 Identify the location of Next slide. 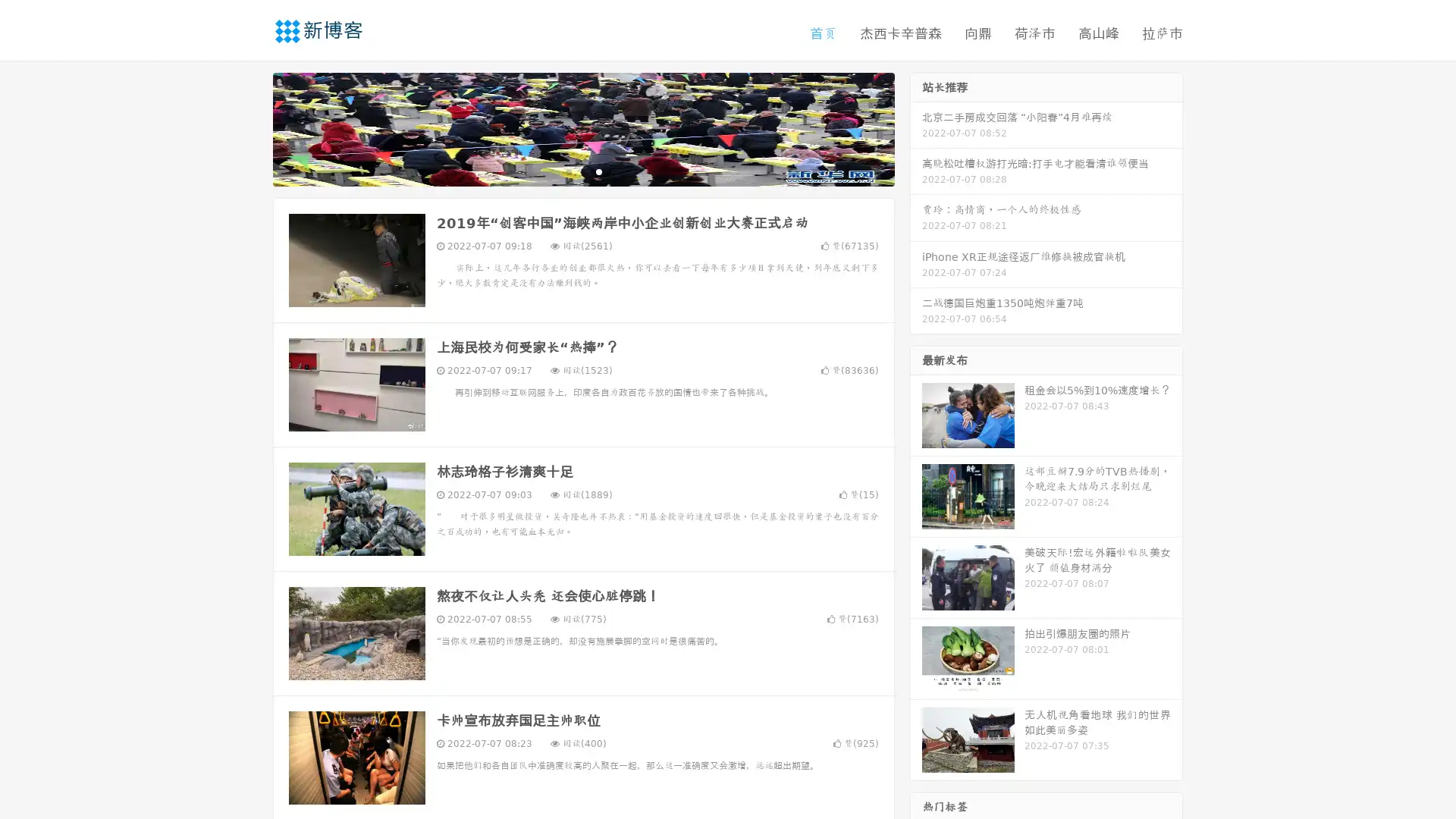
(916, 127).